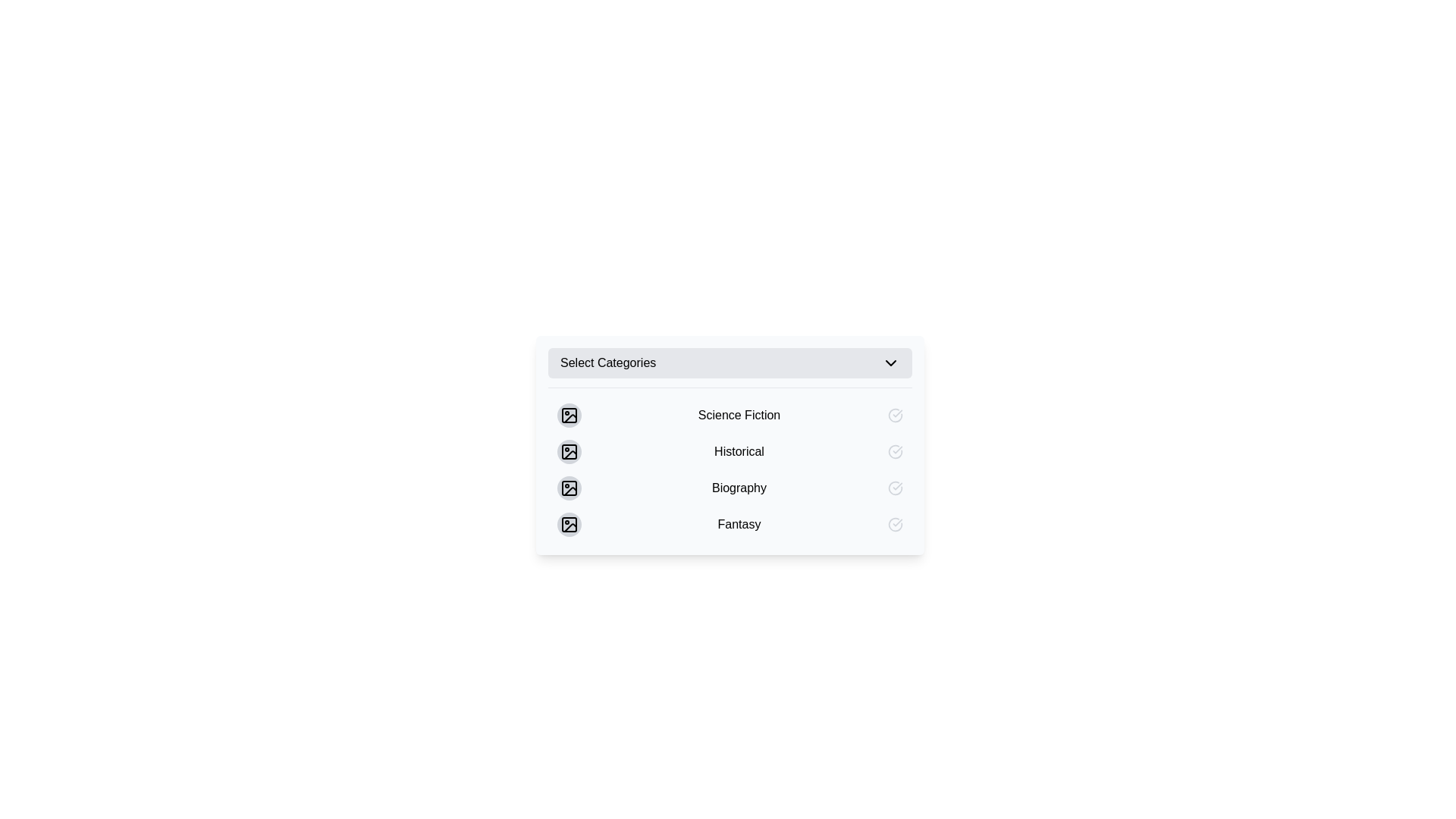  What do you see at coordinates (739, 451) in the screenshot?
I see `the 'Historical' category label in the dropdown list, which is positioned between 'Science Fiction' and 'Biography'` at bounding box center [739, 451].